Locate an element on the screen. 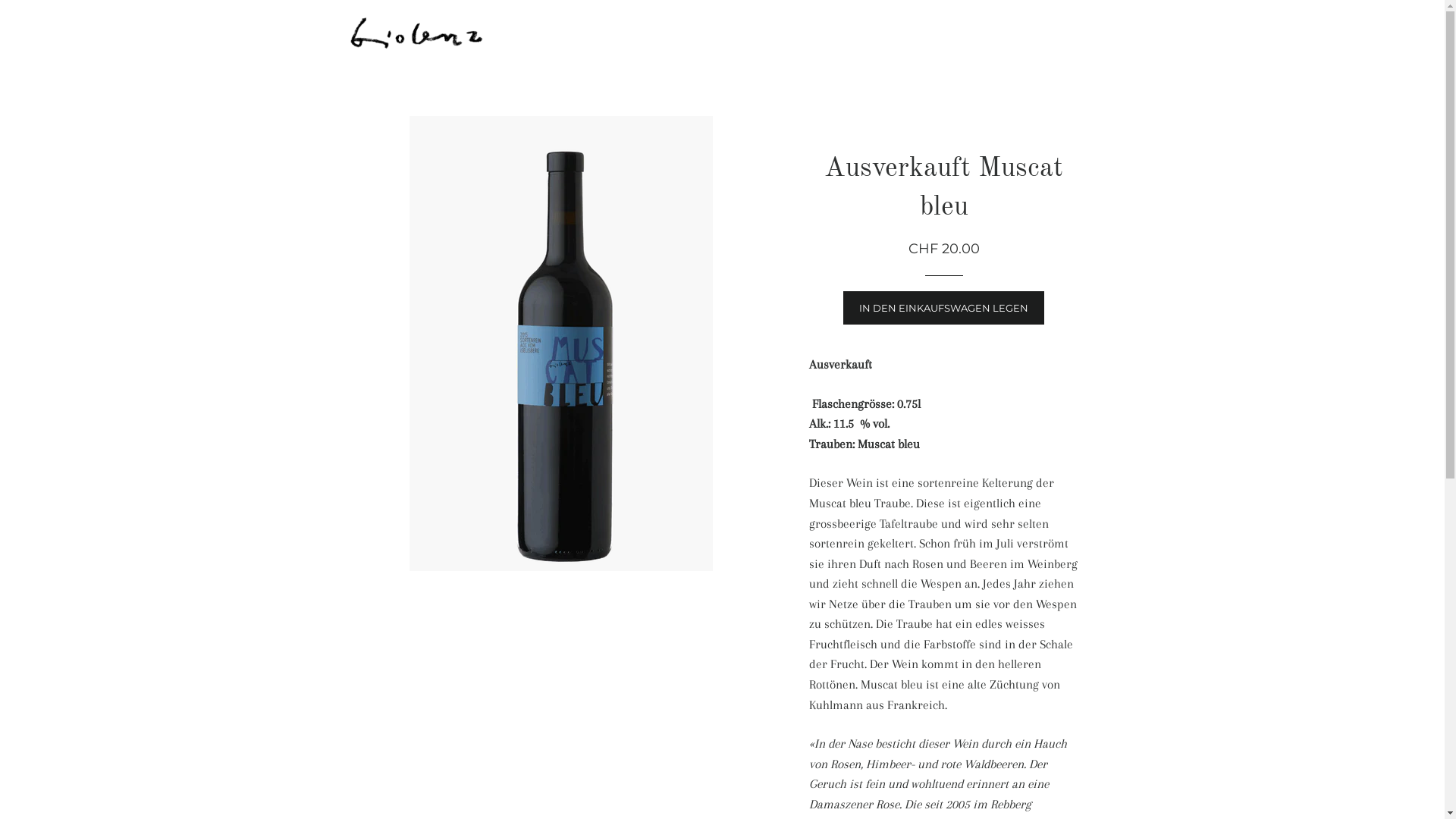 The height and width of the screenshot is (819, 1456). 'IN DEN EINKAUFSWAGEN LEGEN' is located at coordinates (943, 307).